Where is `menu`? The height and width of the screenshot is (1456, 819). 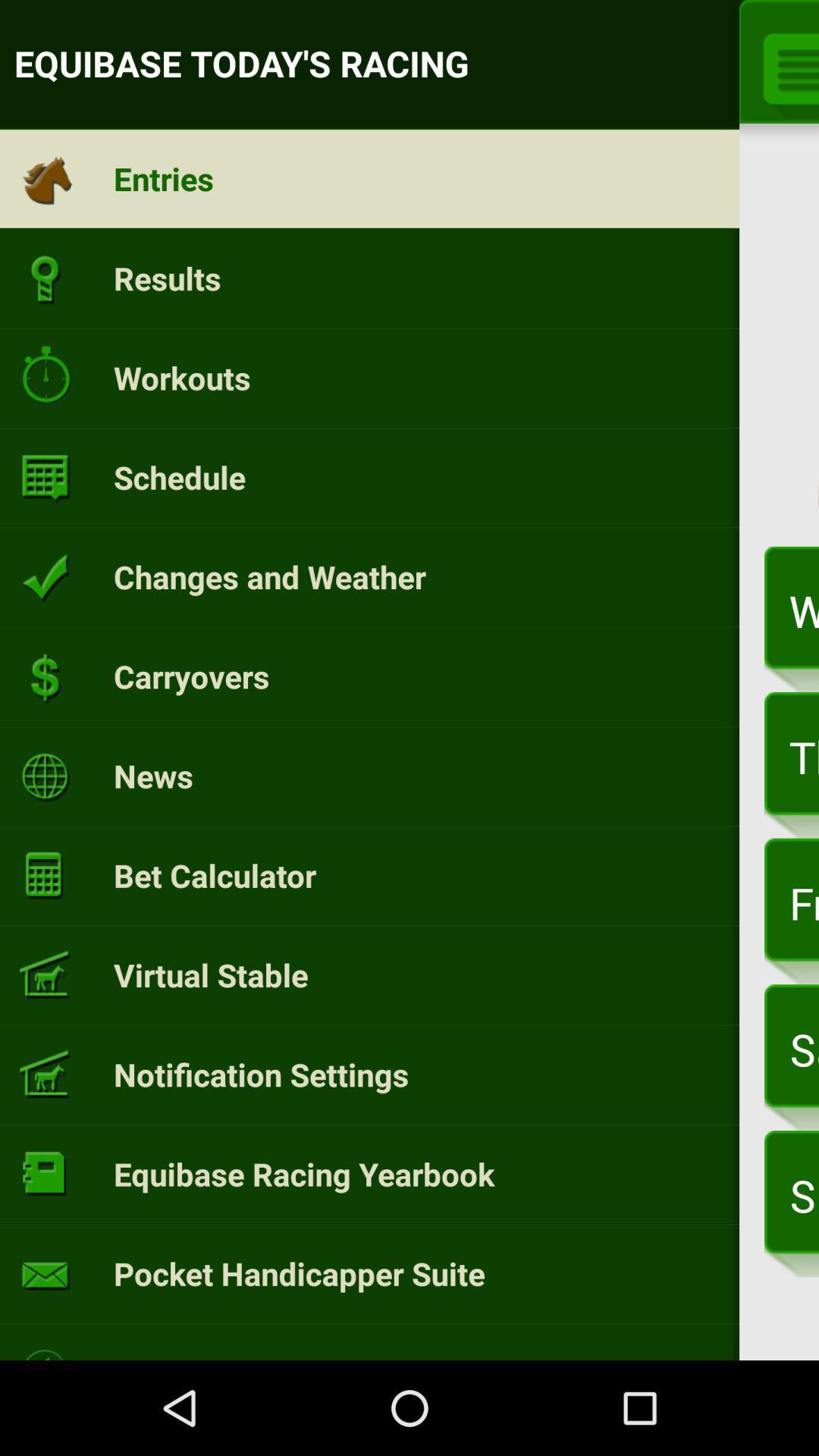 menu is located at coordinates (785, 65).